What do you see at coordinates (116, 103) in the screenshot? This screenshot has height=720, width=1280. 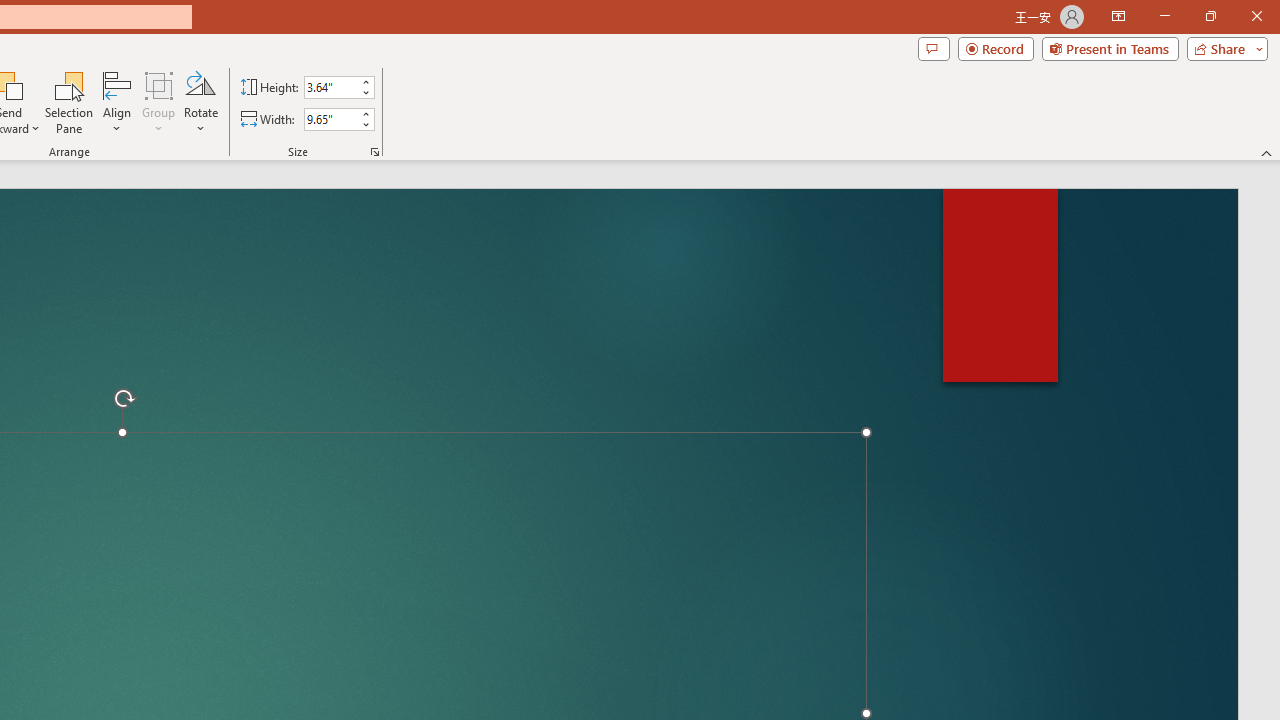 I see `'Align'` at bounding box center [116, 103].